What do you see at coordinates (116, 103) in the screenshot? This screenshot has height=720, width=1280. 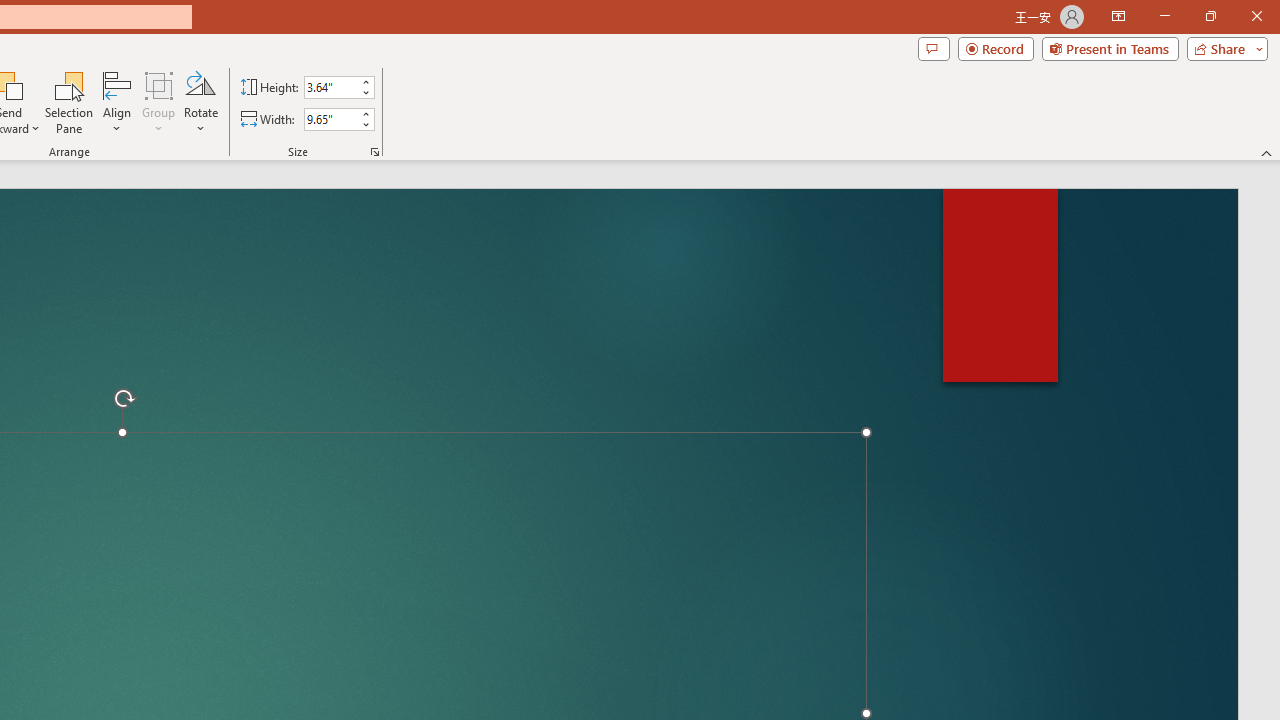 I see `'Align'` at bounding box center [116, 103].